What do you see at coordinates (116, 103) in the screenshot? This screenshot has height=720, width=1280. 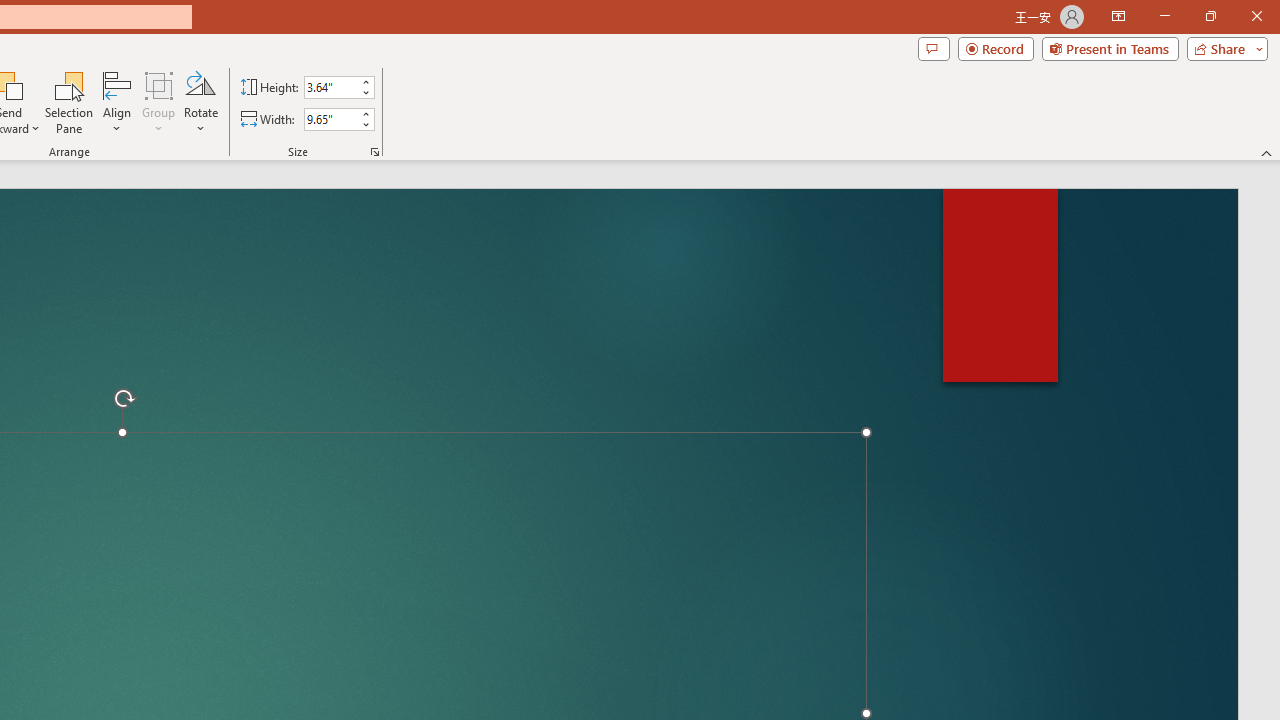 I see `'Align'` at bounding box center [116, 103].